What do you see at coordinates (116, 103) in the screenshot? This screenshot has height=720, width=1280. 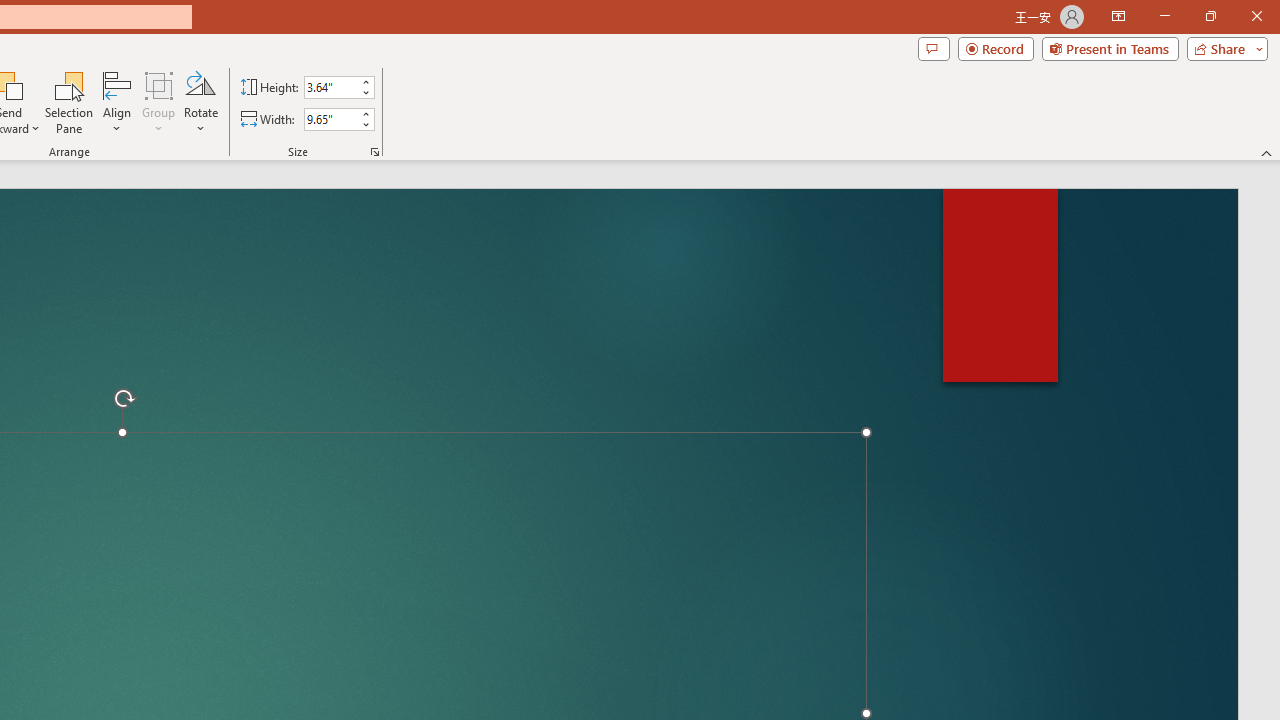 I see `'Align'` at bounding box center [116, 103].